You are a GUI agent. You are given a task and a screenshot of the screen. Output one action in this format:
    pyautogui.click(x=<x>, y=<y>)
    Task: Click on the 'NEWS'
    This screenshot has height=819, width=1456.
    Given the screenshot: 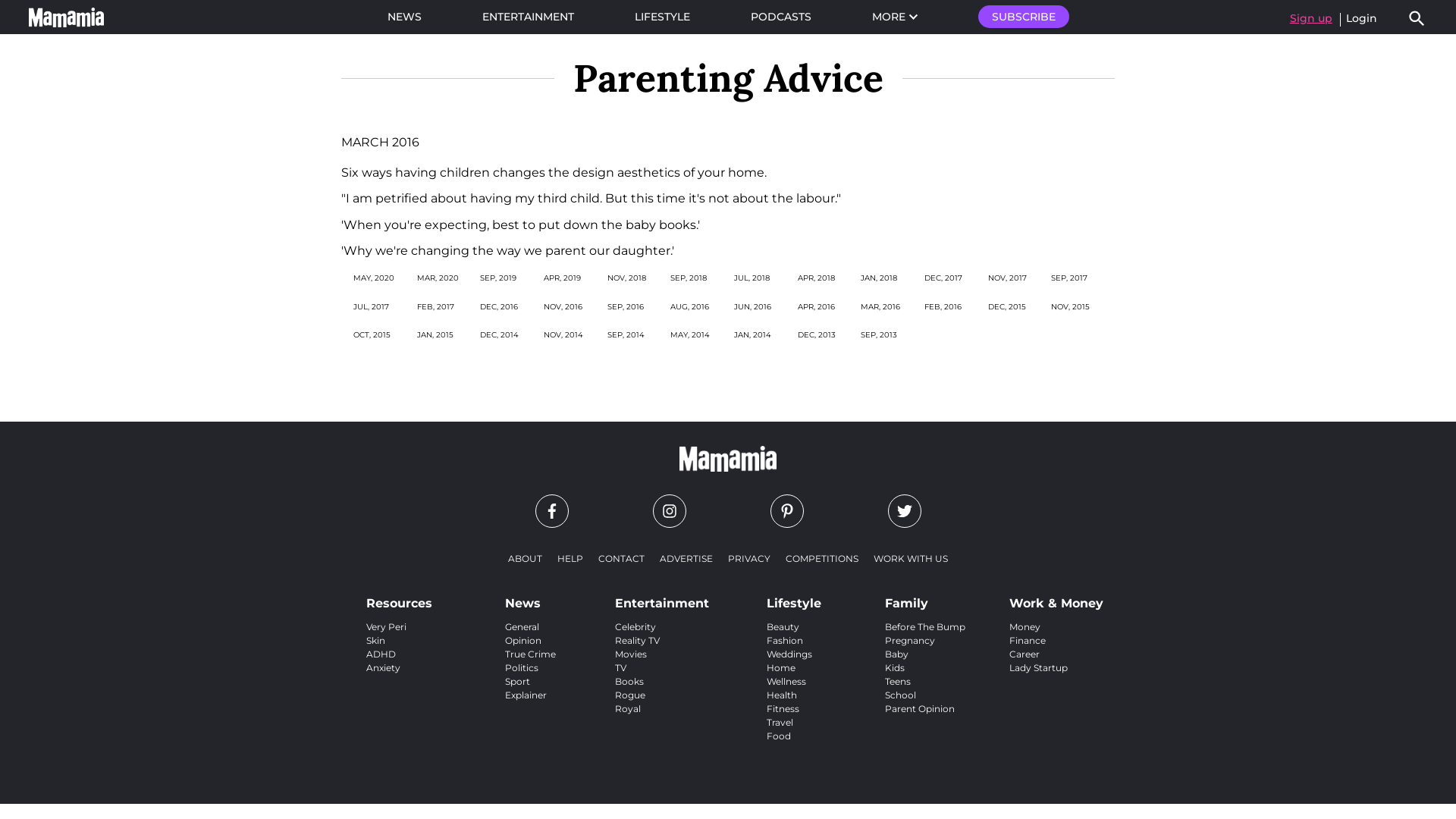 What is the action you would take?
    pyautogui.click(x=403, y=17)
    